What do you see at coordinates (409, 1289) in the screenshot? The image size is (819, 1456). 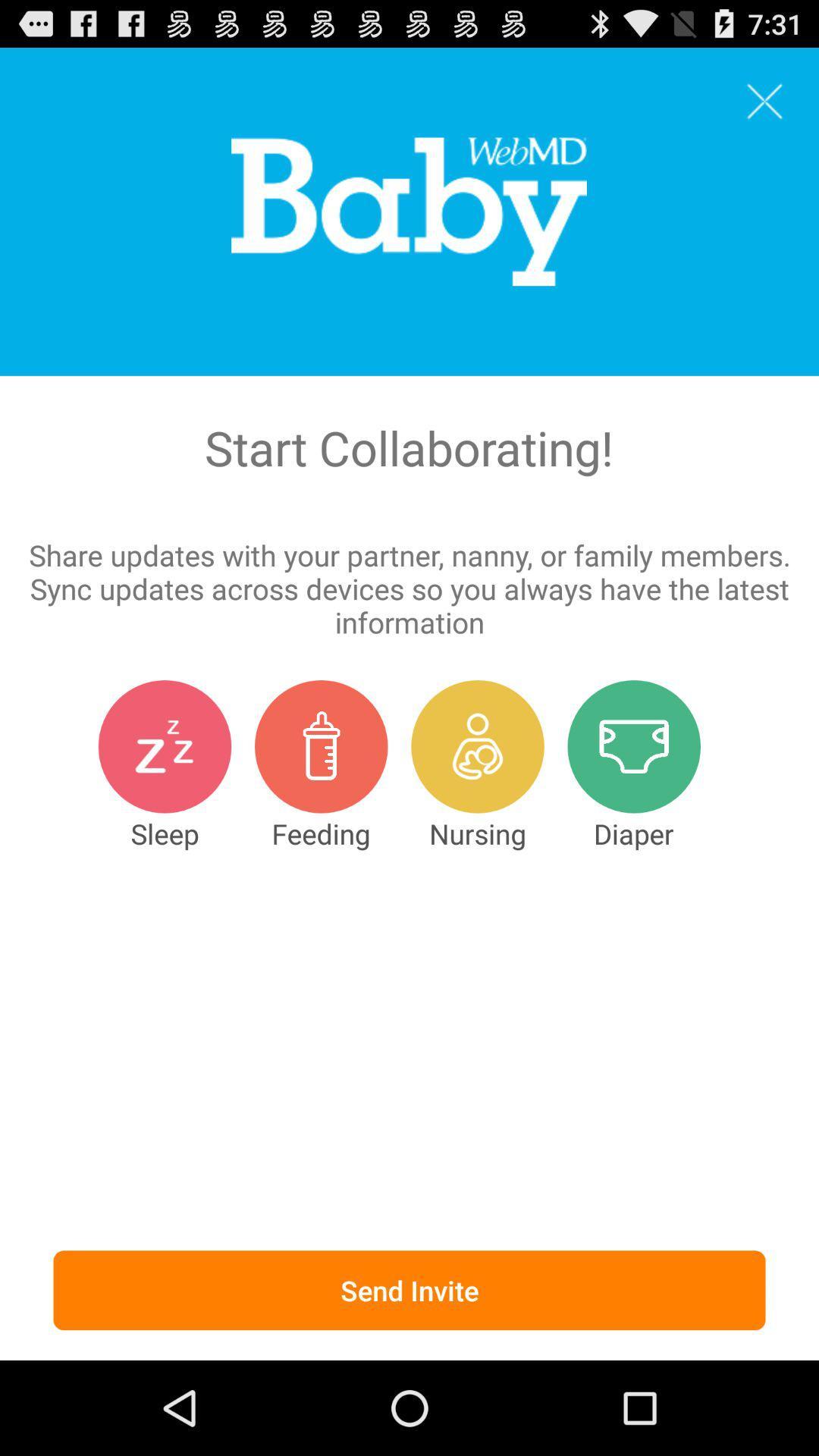 I see `send invite at the bottom` at bounding box center [409, 1289].